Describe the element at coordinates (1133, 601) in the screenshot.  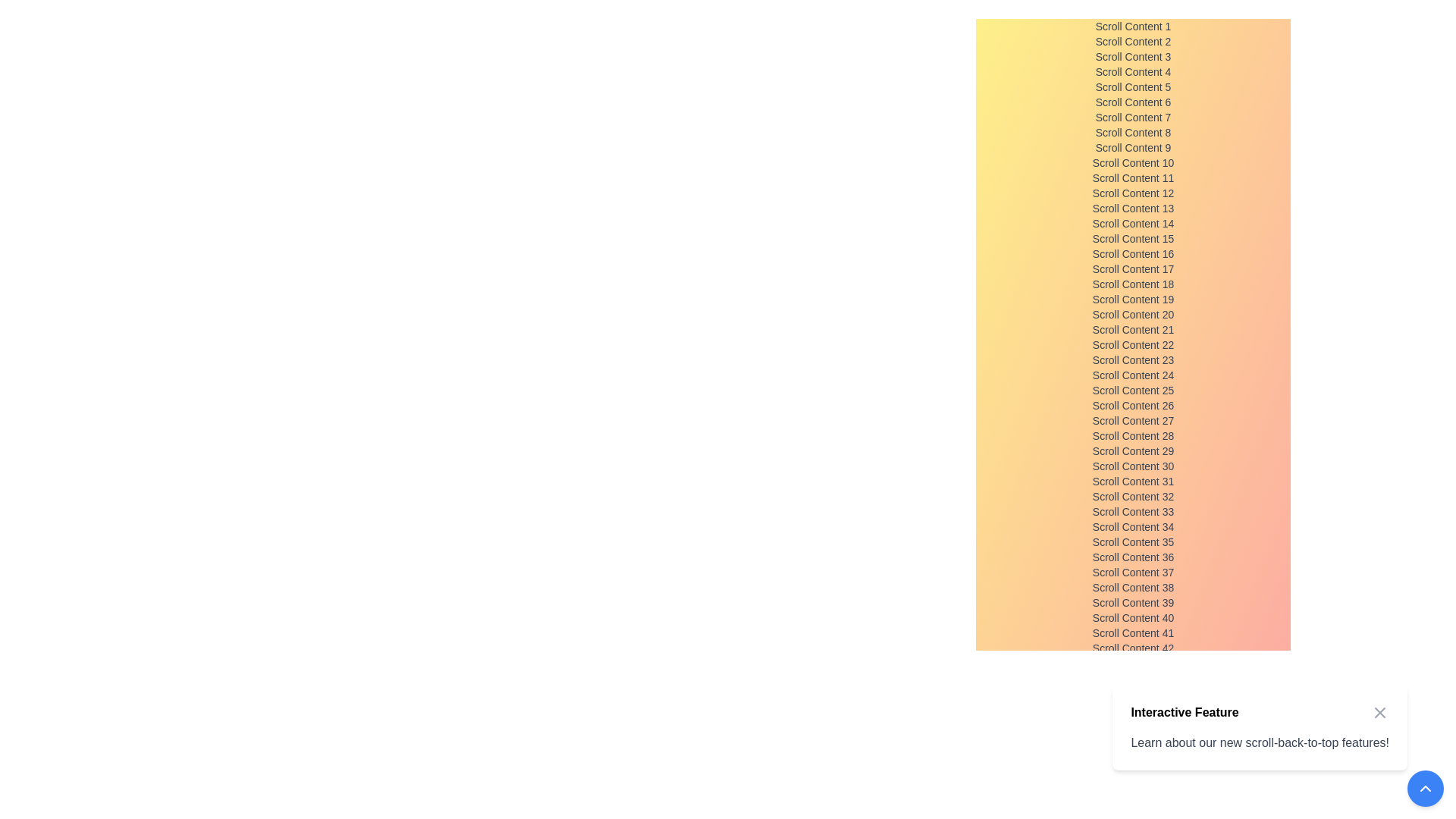
I see `the static text label displaying 'Scroll Content 39', which is the 39th item in a vertically scrollable list` at that location.